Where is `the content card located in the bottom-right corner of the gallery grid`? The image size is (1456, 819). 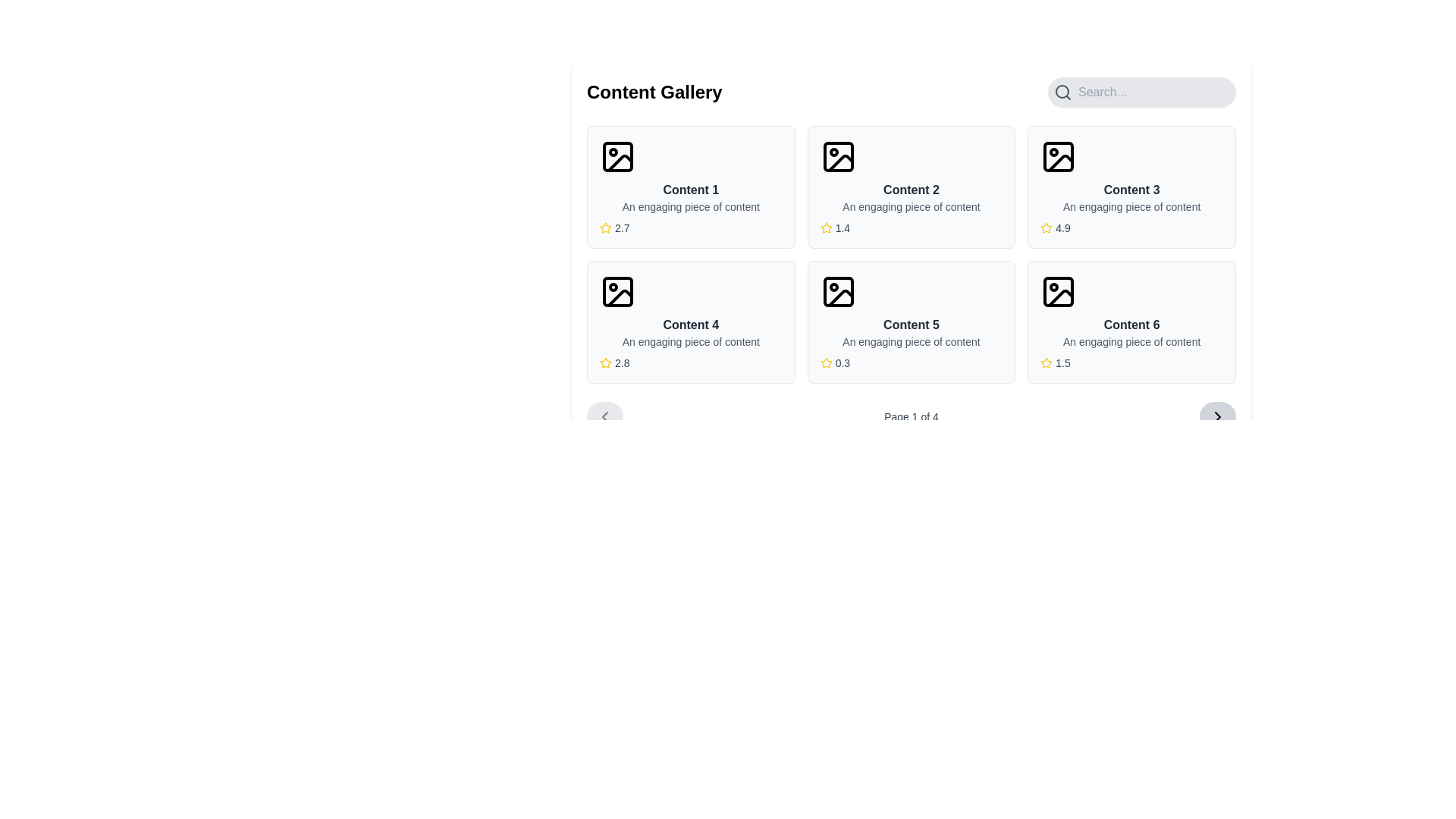 the content card located in the bottom-right corner of the gallery grid is located at coordinates (1131, 321).